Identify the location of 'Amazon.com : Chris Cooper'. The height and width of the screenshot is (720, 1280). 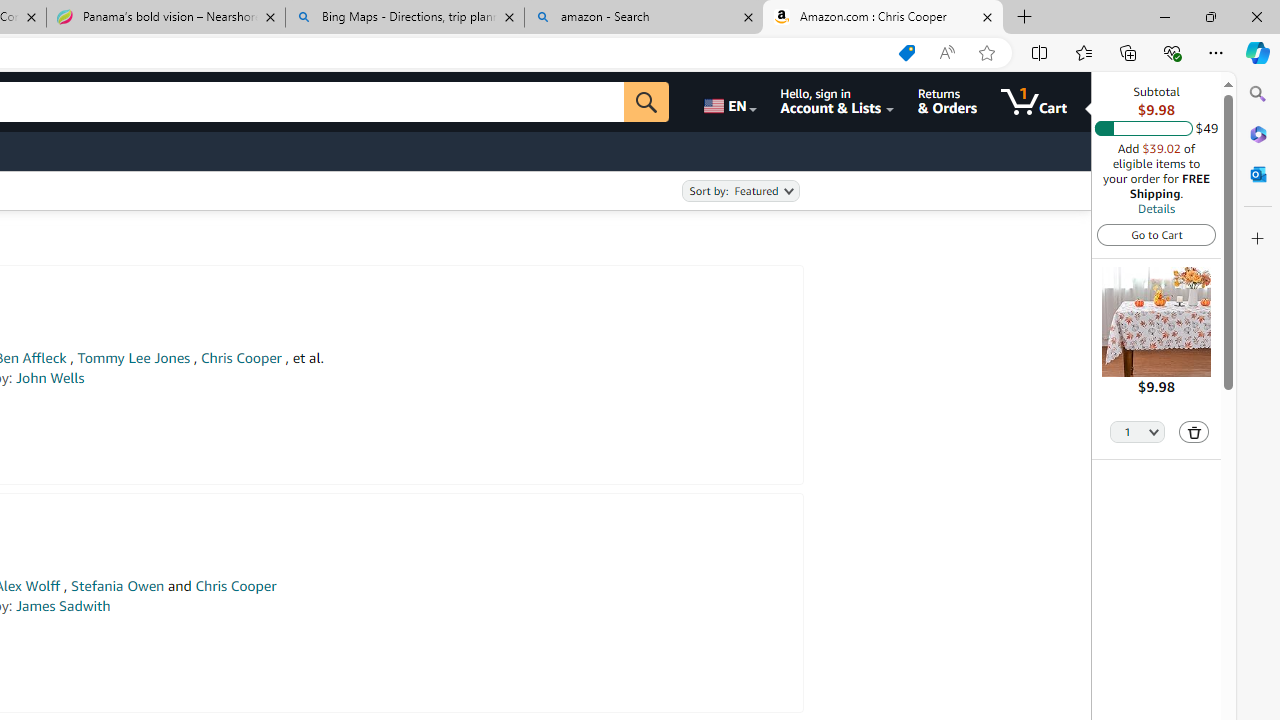
(882, 17).